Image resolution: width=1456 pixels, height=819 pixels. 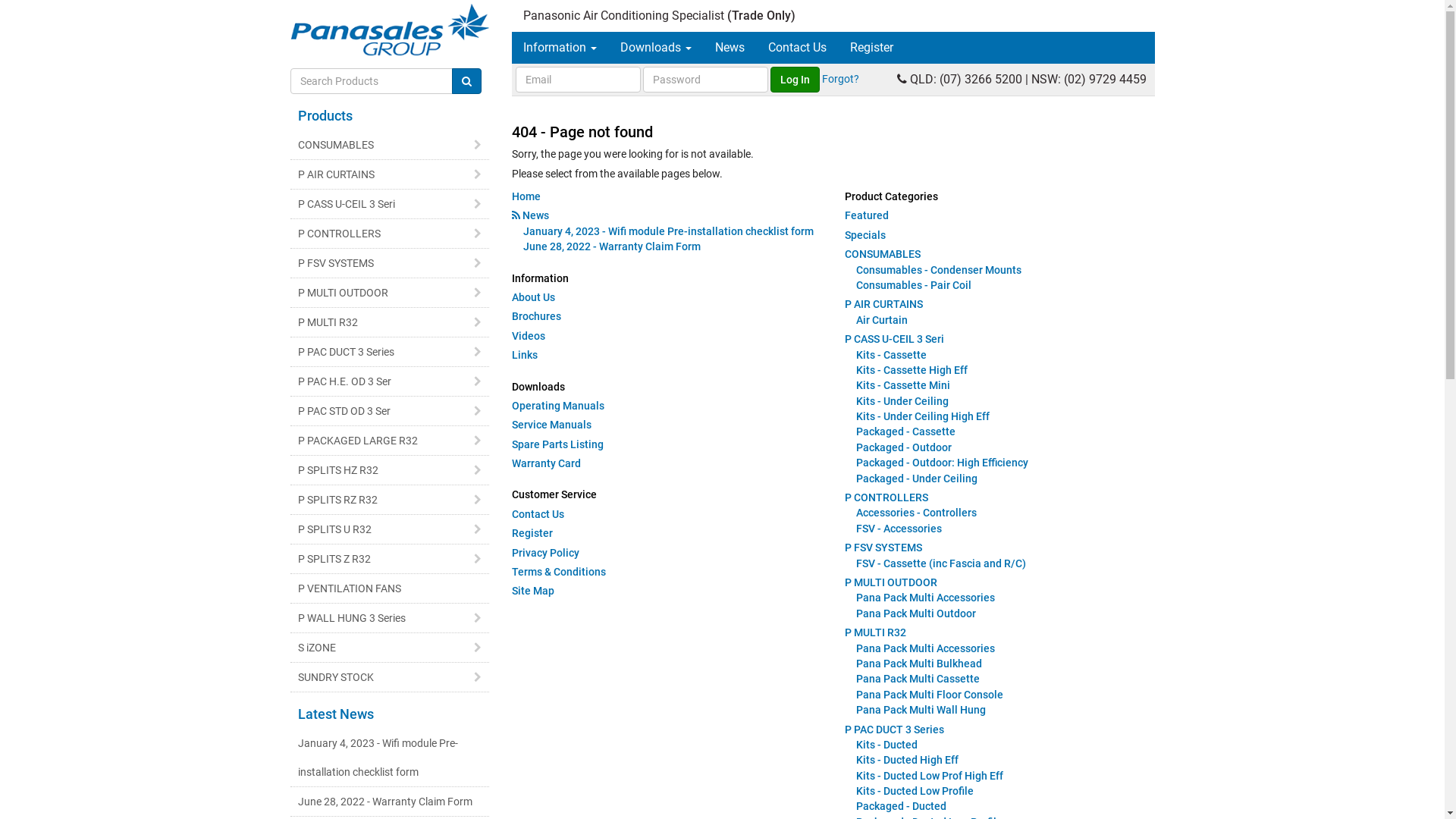 I want to click on 'Pana Pack Multi Bulkhead', so click(x=918, y=663).